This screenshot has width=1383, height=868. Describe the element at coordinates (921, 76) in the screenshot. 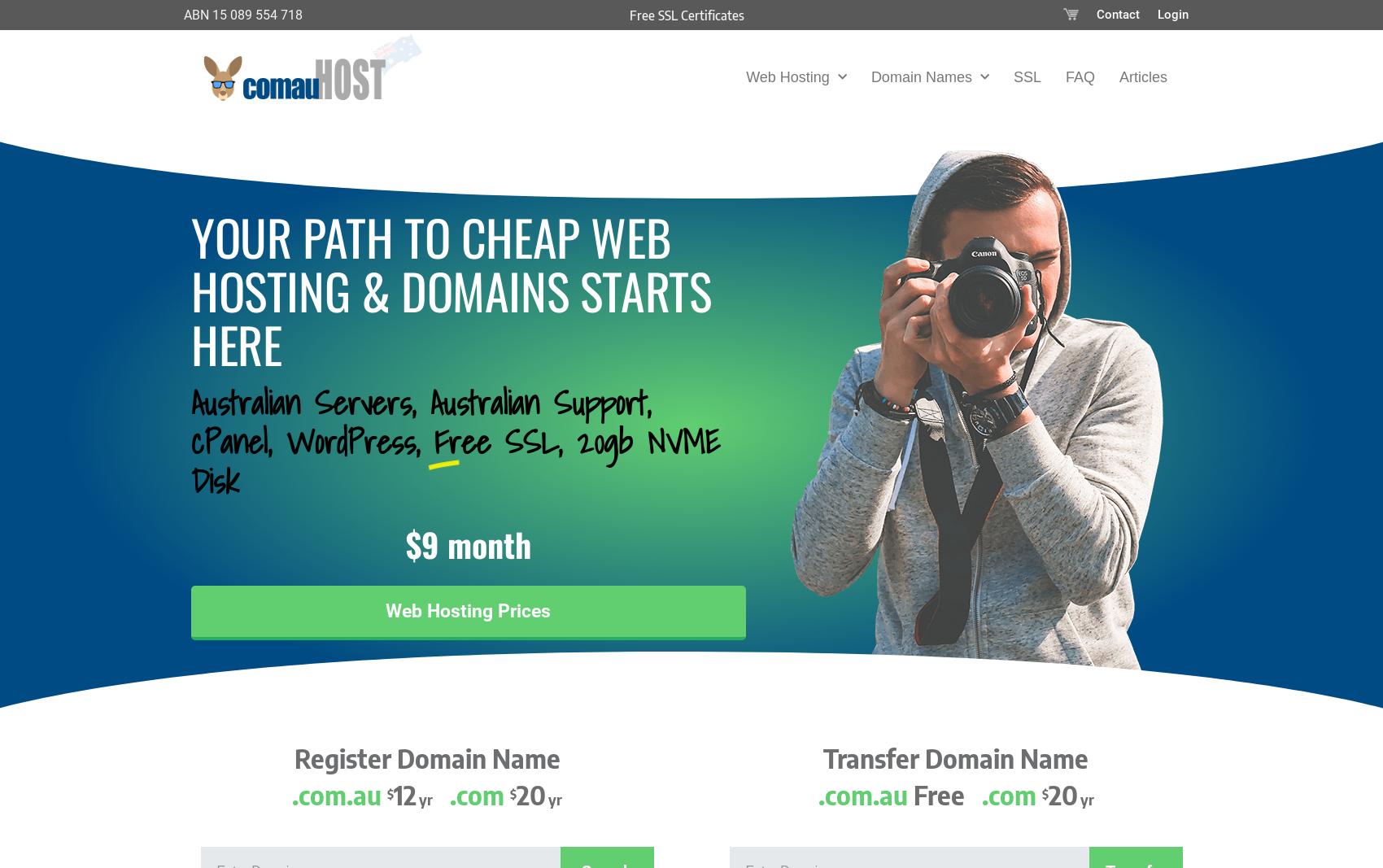

I see `'Domain Names'` at that location.